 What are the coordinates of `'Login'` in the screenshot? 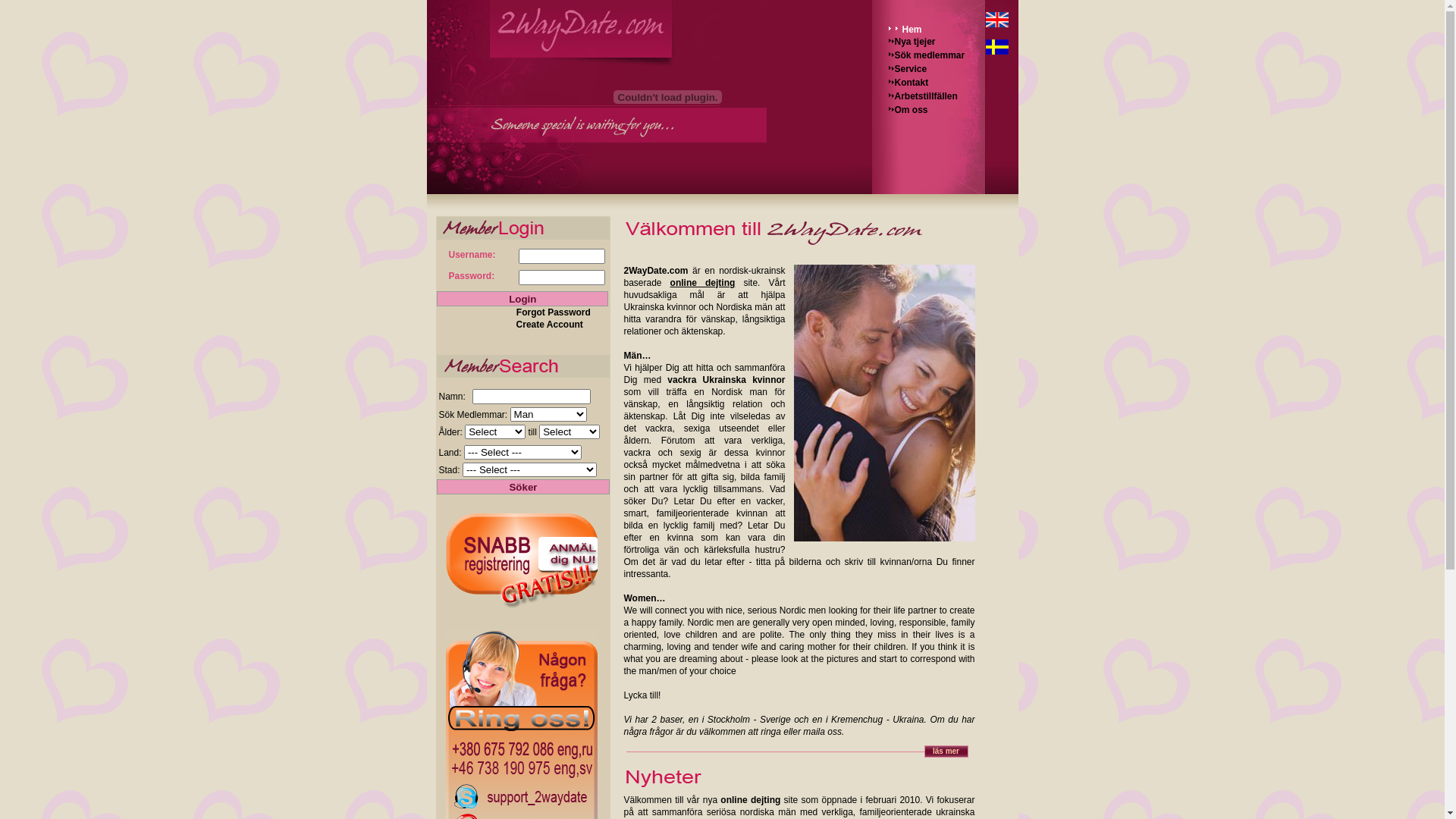 It's located at (522, 298).